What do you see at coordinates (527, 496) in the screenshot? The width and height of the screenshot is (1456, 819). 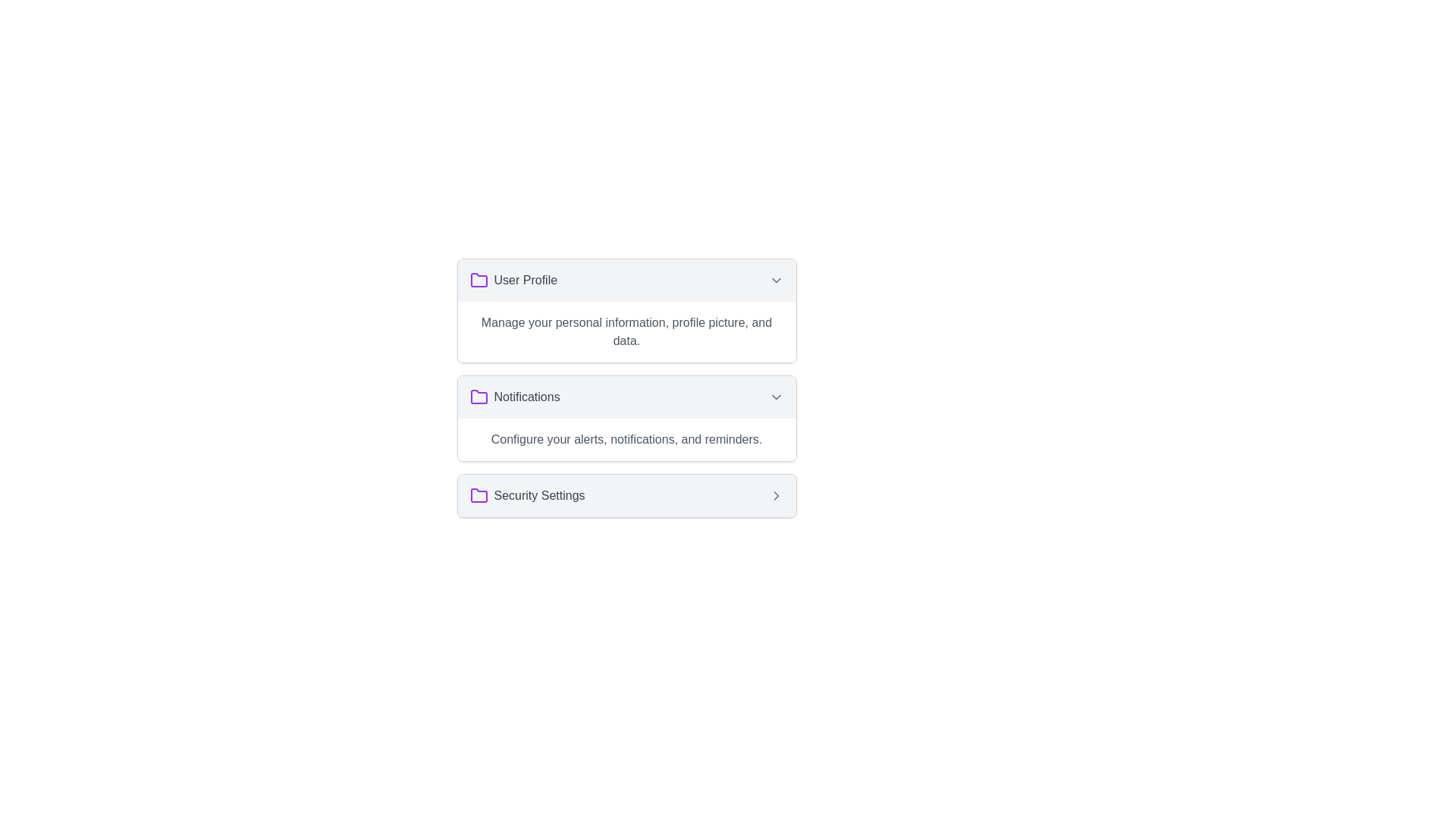 I see `the 'Security Settings' menu item, which features a purple folder icon on the left and gray text` at bounding box center [527, 496].